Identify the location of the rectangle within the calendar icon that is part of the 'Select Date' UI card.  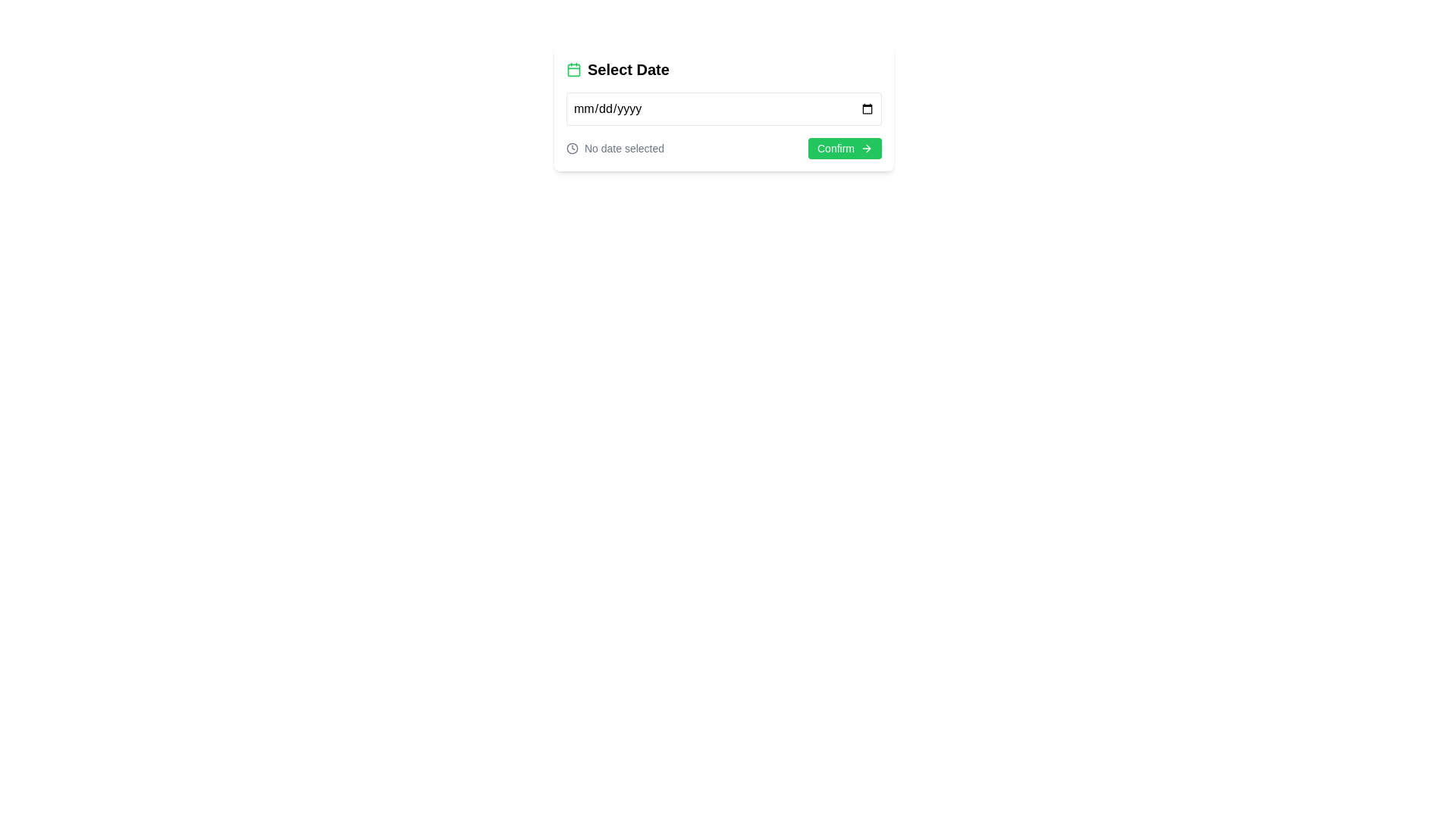
(573, 70).